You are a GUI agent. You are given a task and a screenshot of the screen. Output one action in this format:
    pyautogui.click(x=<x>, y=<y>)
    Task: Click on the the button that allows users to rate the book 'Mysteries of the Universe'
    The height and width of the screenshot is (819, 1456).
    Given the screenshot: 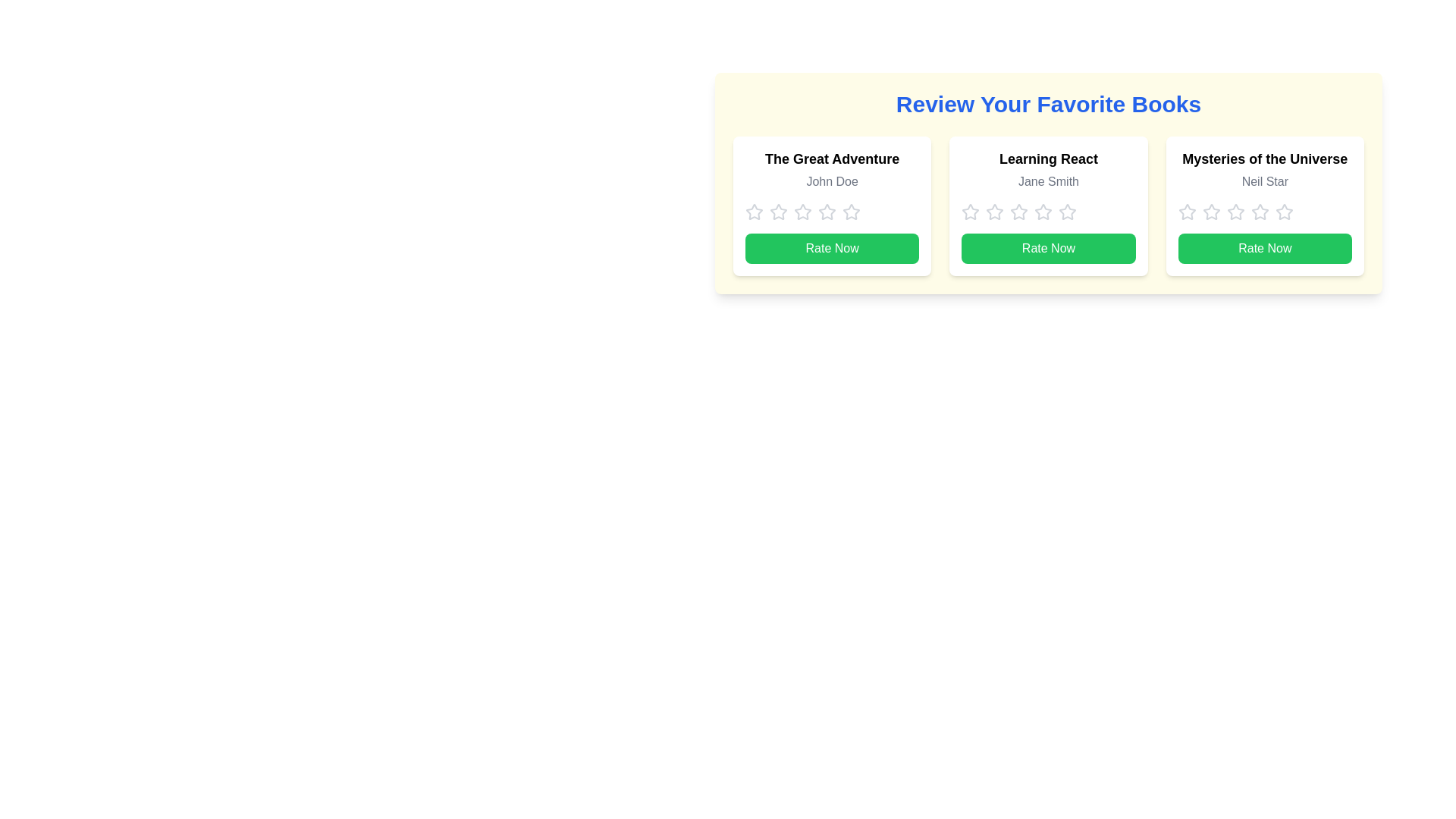 What is the action you would take?
    pyautogui.click(x=1265, y=247)
    